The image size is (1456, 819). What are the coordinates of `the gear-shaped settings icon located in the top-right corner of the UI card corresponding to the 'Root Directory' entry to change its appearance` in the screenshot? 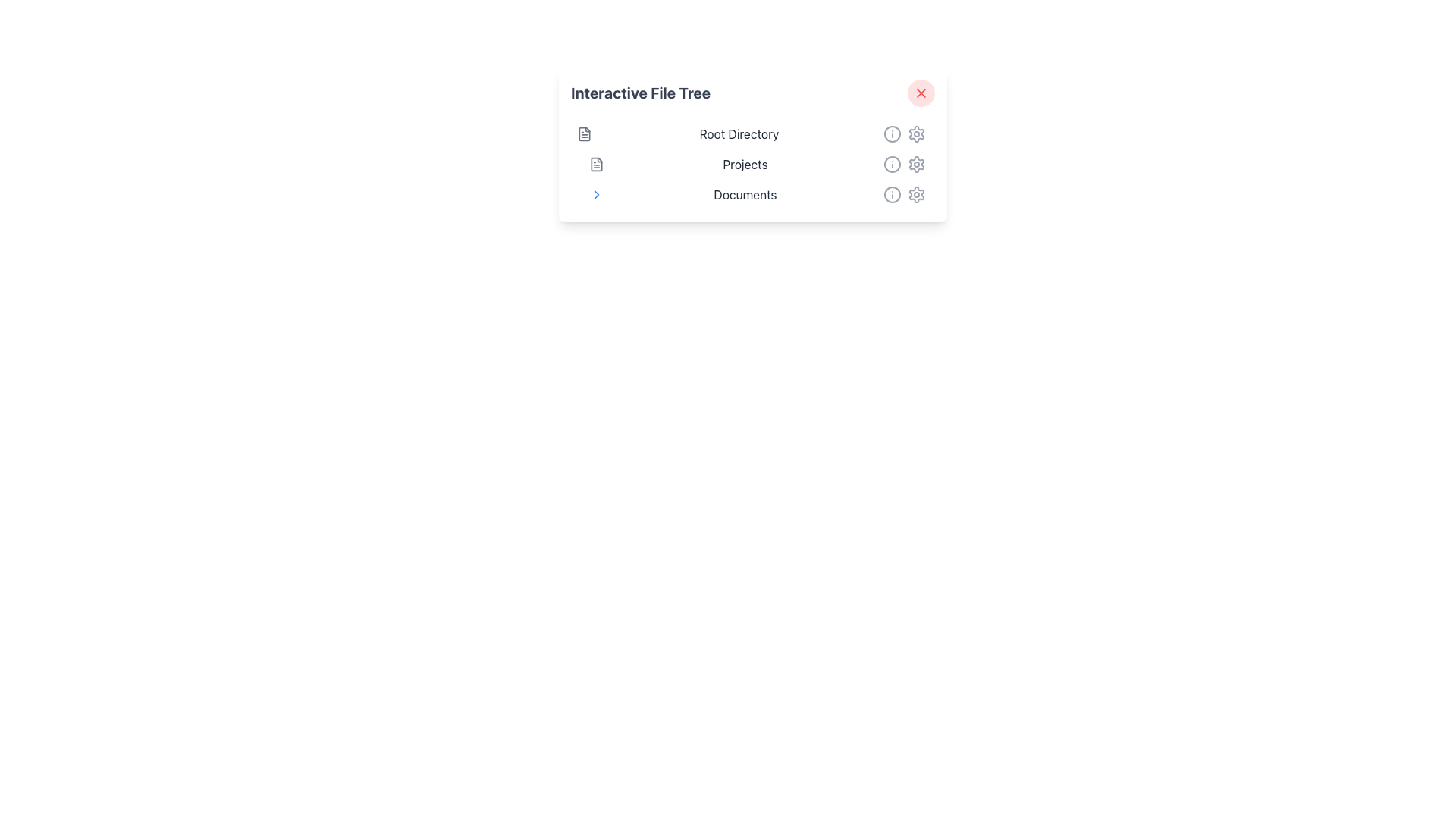 It's located at (916, 133).